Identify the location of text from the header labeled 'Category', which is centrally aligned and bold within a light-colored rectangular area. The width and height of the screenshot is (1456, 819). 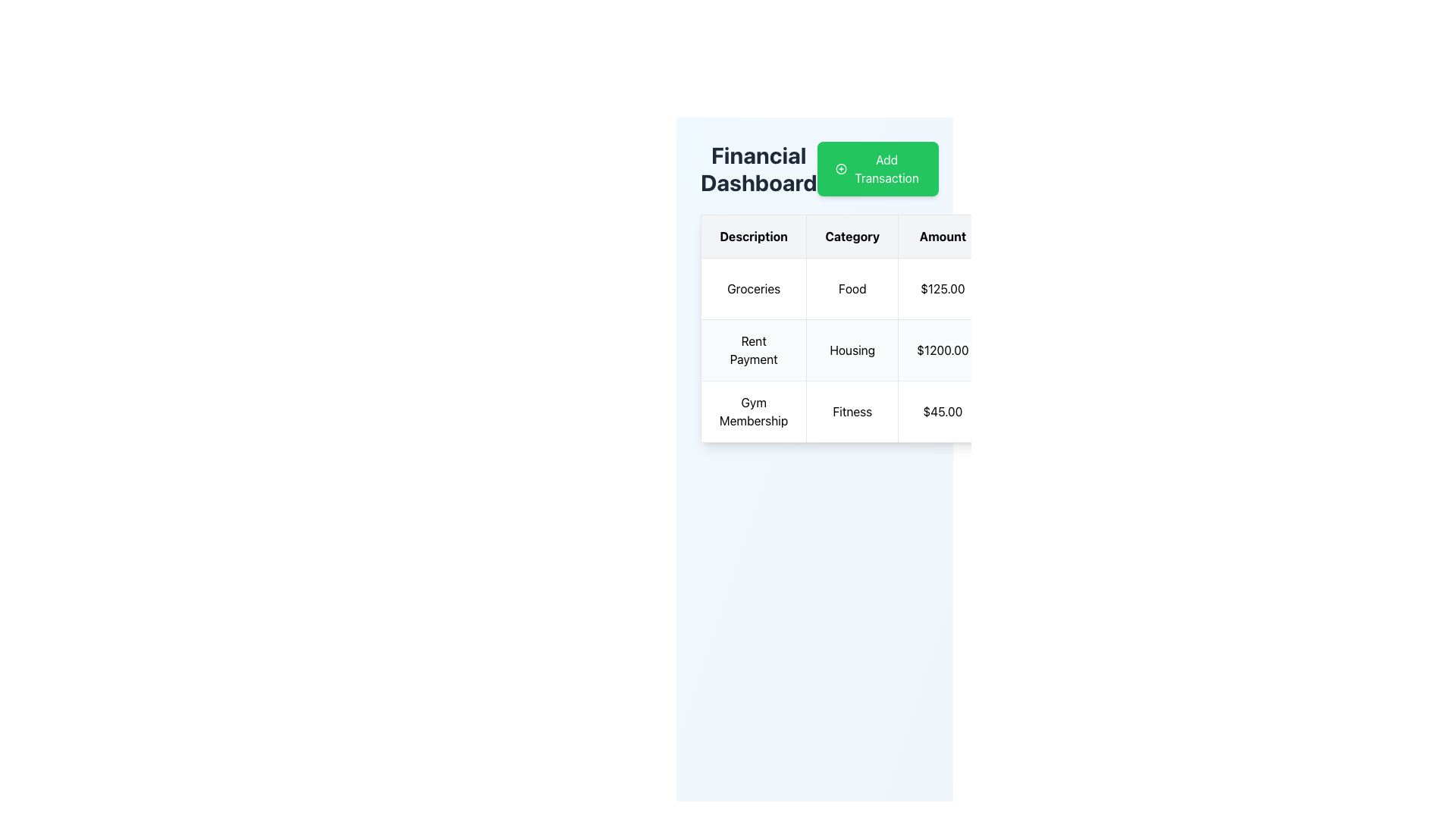
(852, 237).